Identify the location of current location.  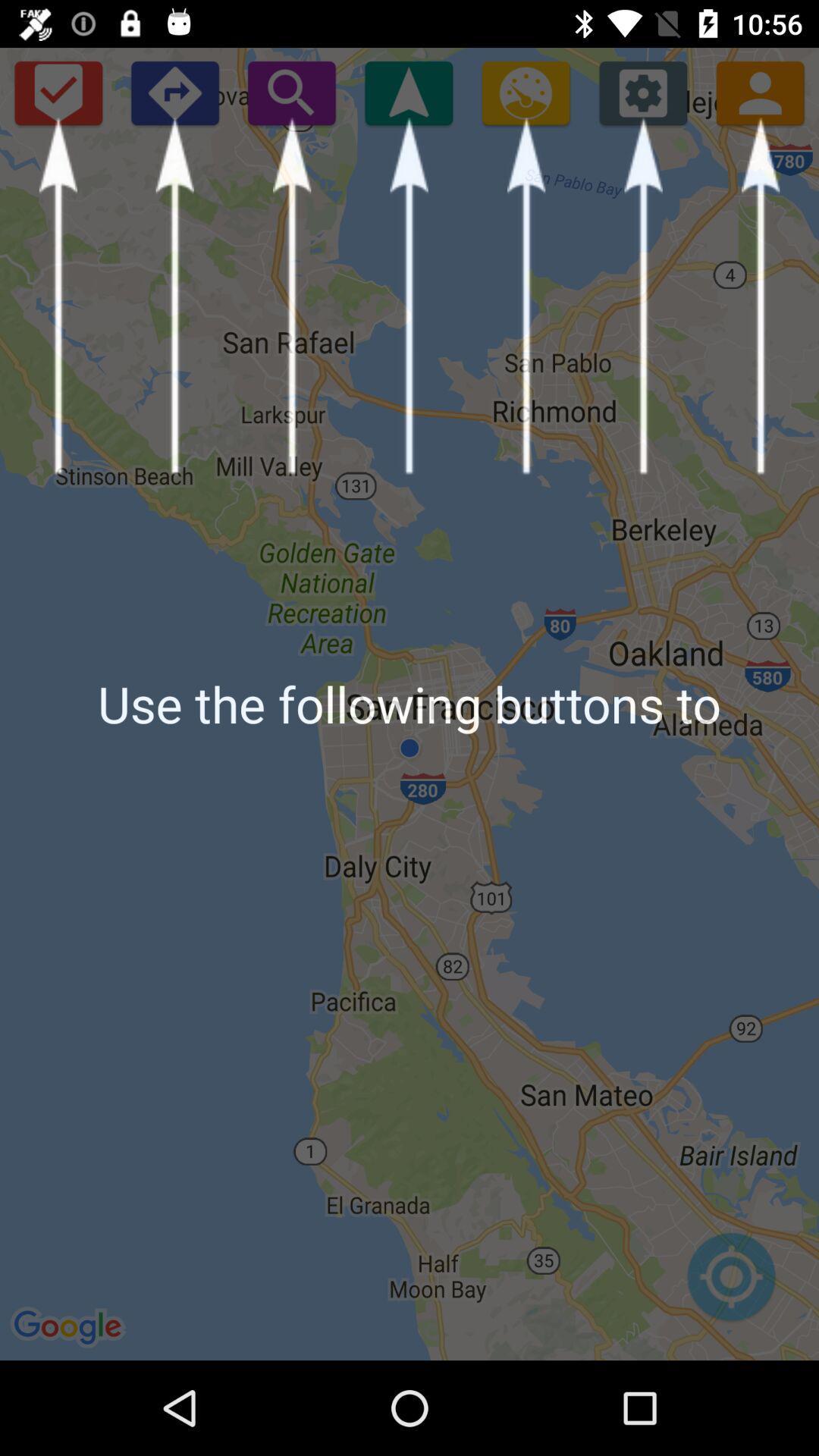
(730, 1284).